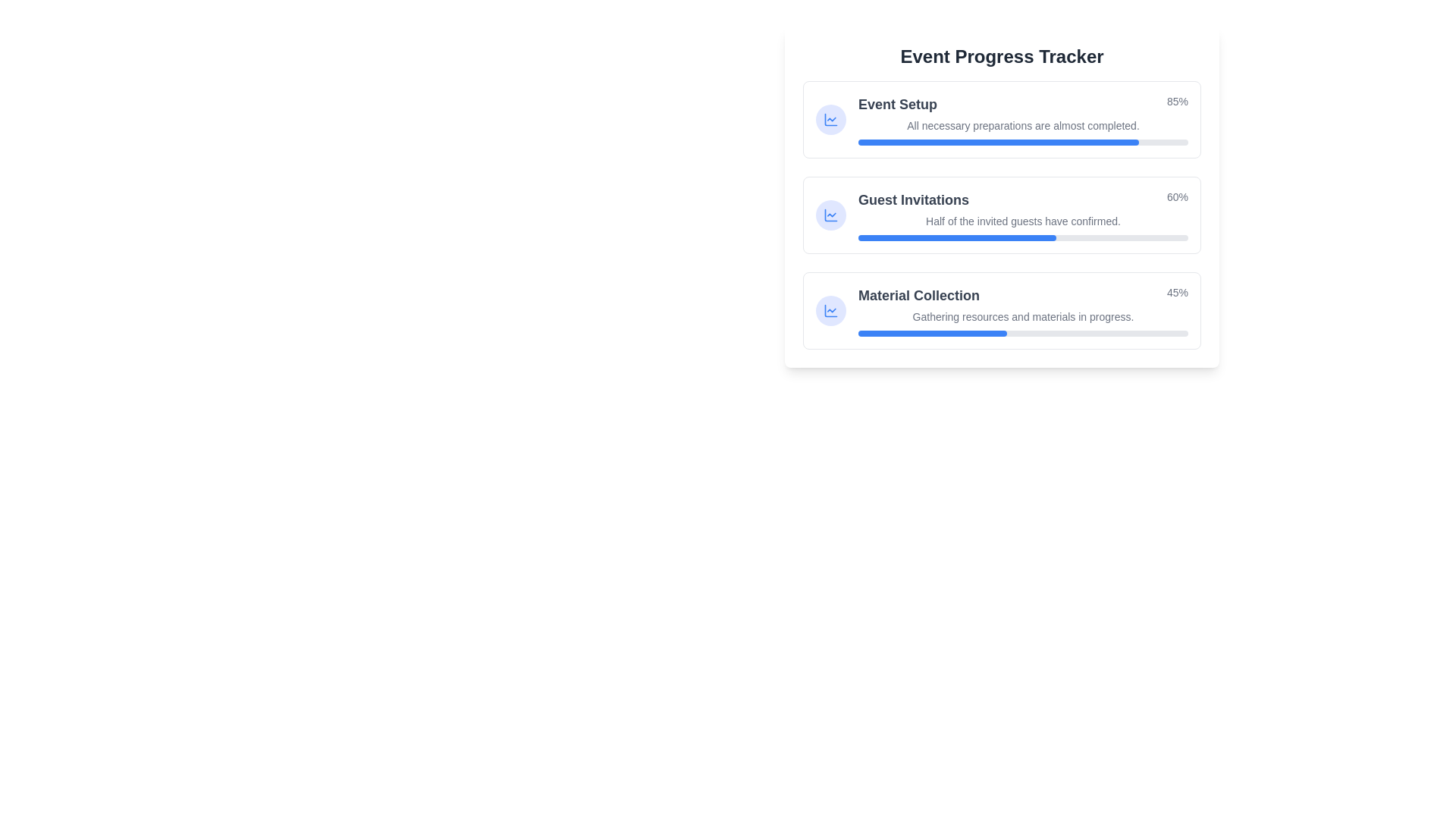 The height and width of the screenshot is (819, 1456). What do you see at coordinates (1023, 309) in the screenshot?
I see `progress percentage value displayed in the 'Material Collection' progress tracker item, which is the third component in a vertical list, located within a bordered and rounded box` at bounding box center [1023, 309].